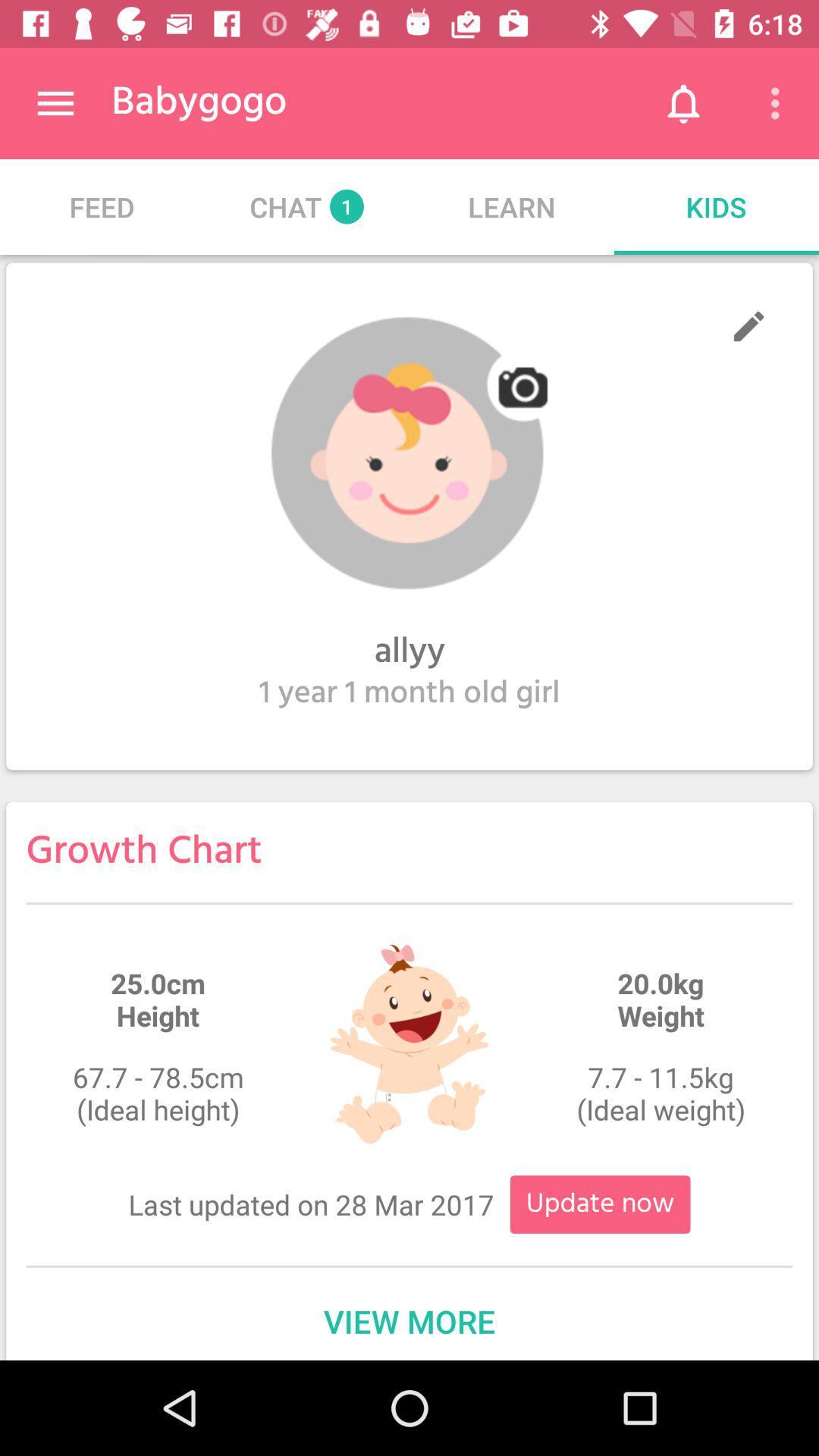 The height and width of the screenshot is (1456, 819). What do you see at coordinates (748, 325) in the screenshot?
I see `edit` at bounding box center [748, 325].